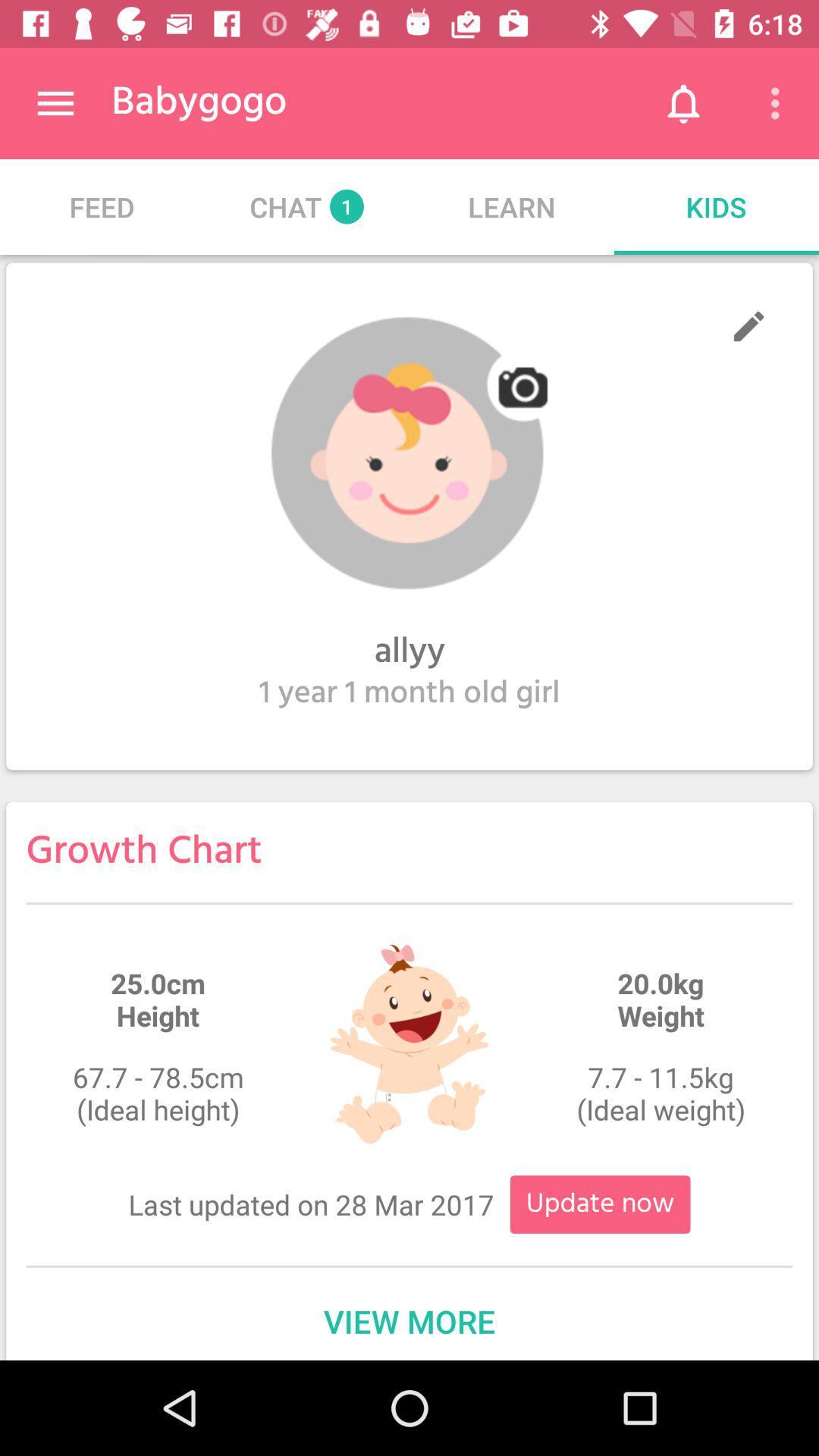 The height and width of the screenshot is (1456, 819). What do you see at coordinates (748, 325) in the screenshot?
I see `edit` at bounding box center [748, 325].